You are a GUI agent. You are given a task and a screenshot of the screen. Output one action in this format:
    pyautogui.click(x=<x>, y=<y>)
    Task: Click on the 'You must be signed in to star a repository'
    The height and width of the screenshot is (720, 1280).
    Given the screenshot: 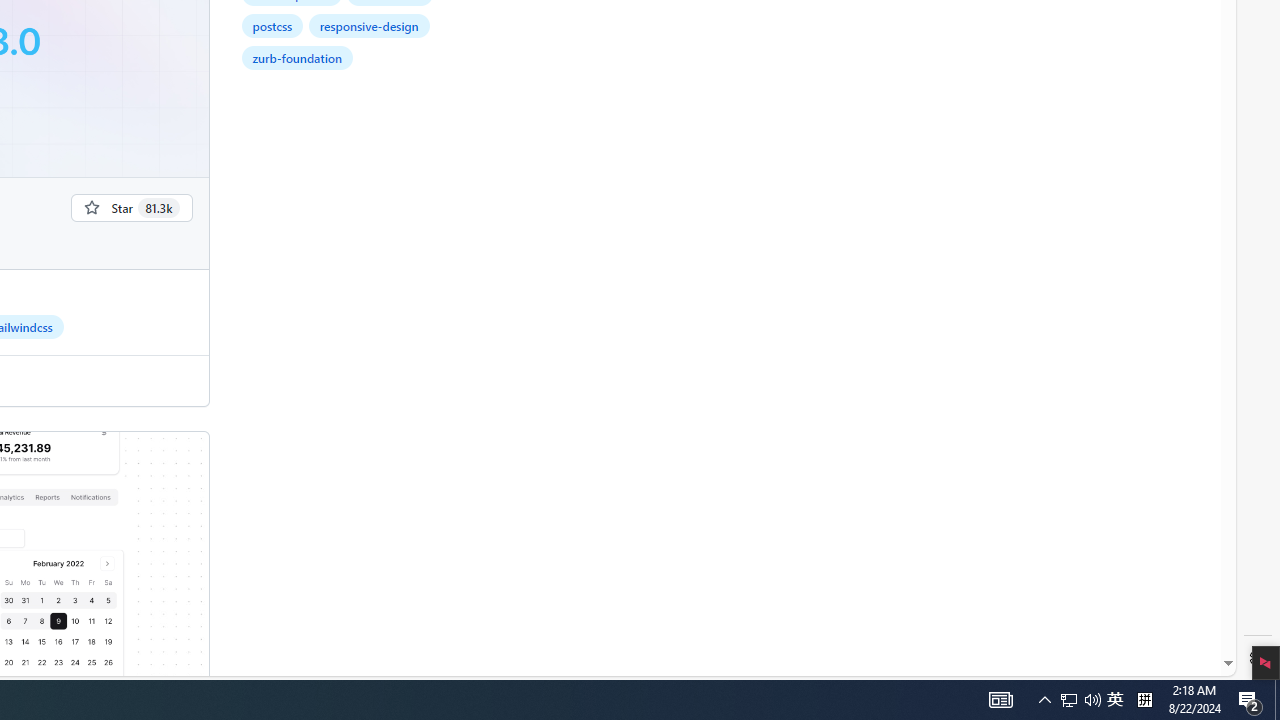 What is the action you would take?
    pyautogui.click(x=130, y=207)
    